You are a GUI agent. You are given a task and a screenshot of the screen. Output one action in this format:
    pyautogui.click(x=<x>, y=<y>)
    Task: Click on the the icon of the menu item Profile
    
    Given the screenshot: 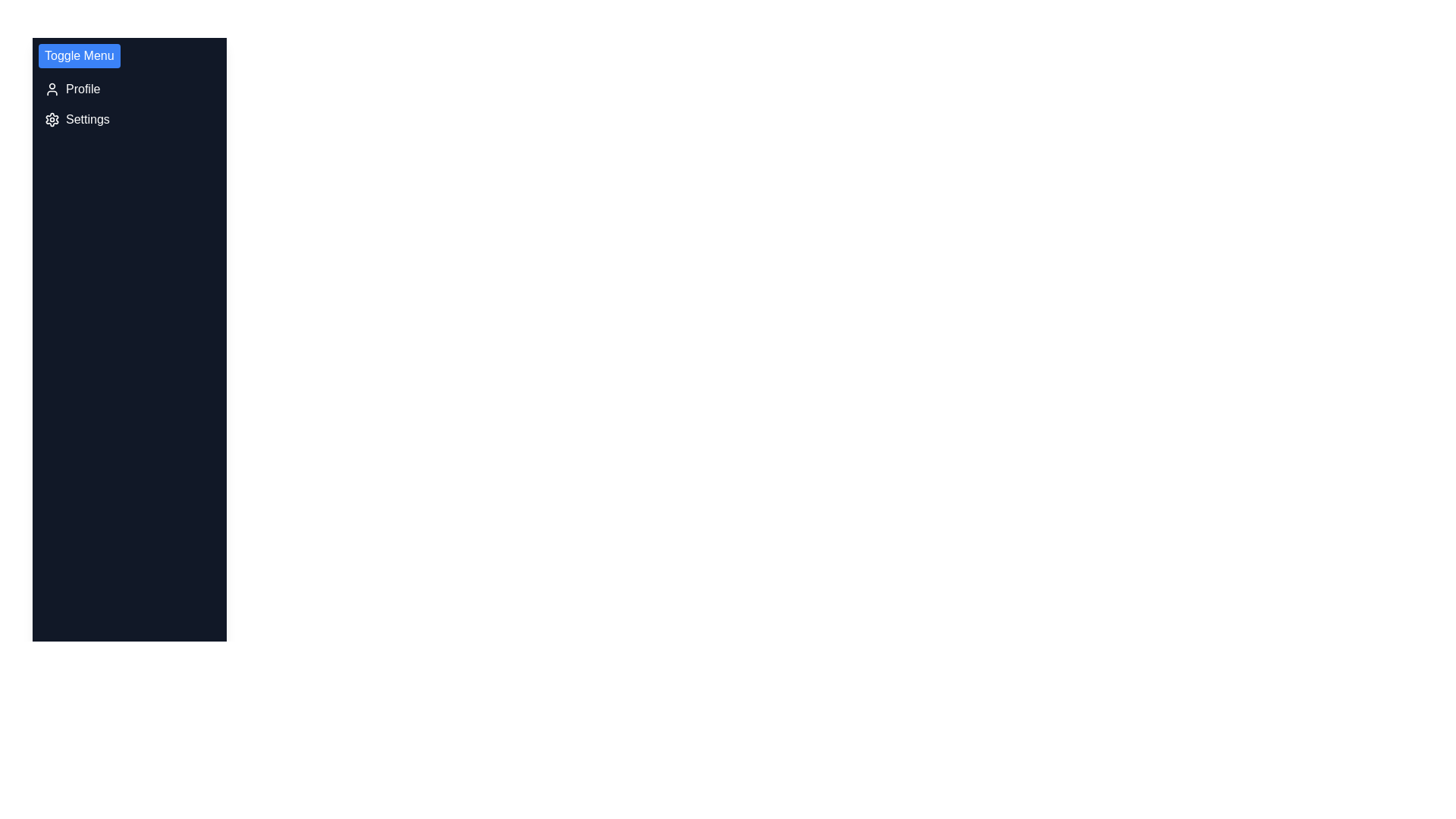 What is the action you would take?
    pyautogui.click(x=52, y=89)
    